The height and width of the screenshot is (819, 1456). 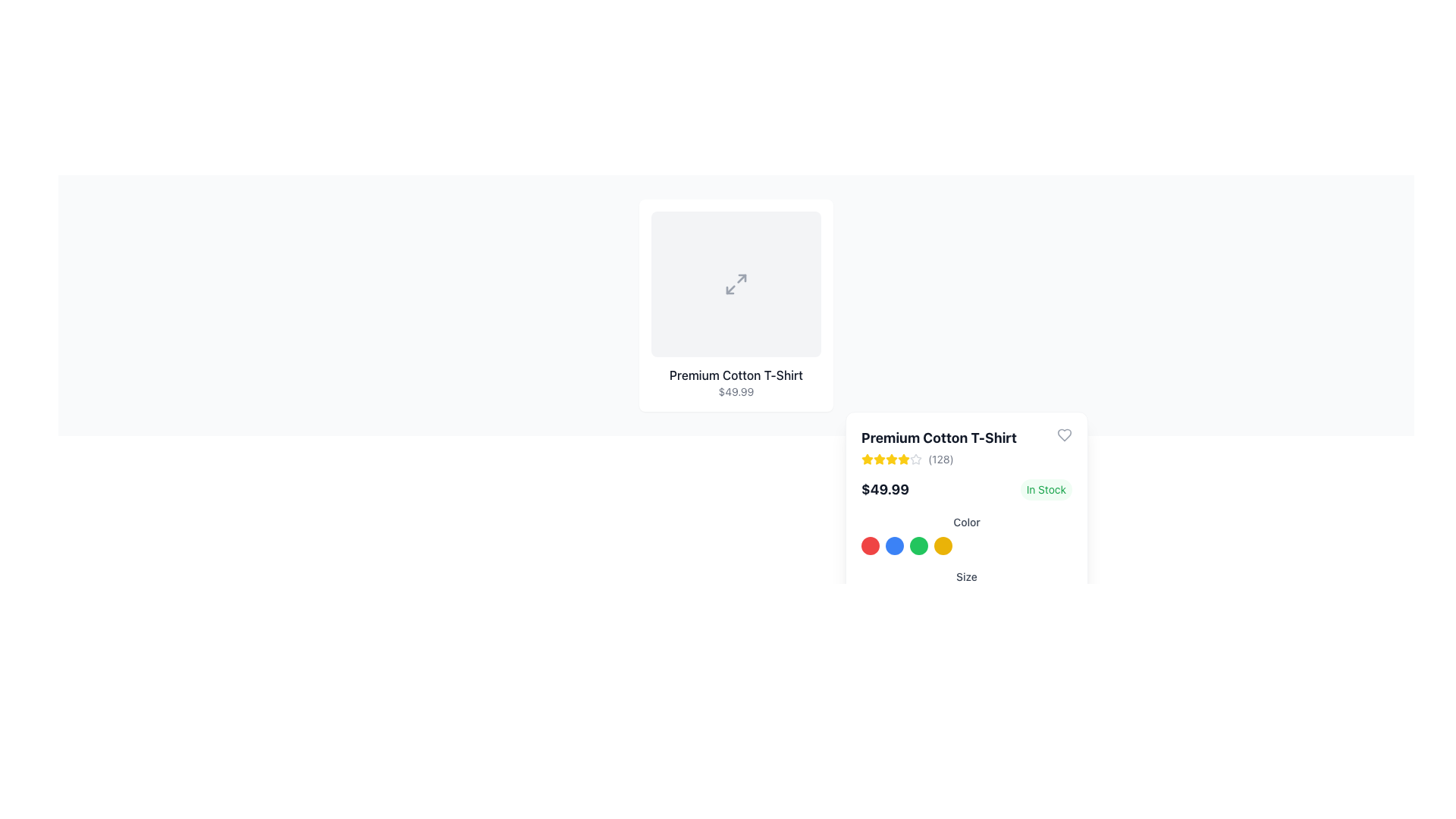 What do you see at coordinates (892, 458) in the screenshot?
I see `the rating star icon located in the product details section, which indicates user reviews or ratings for the product` at bounding box center [892, 458].